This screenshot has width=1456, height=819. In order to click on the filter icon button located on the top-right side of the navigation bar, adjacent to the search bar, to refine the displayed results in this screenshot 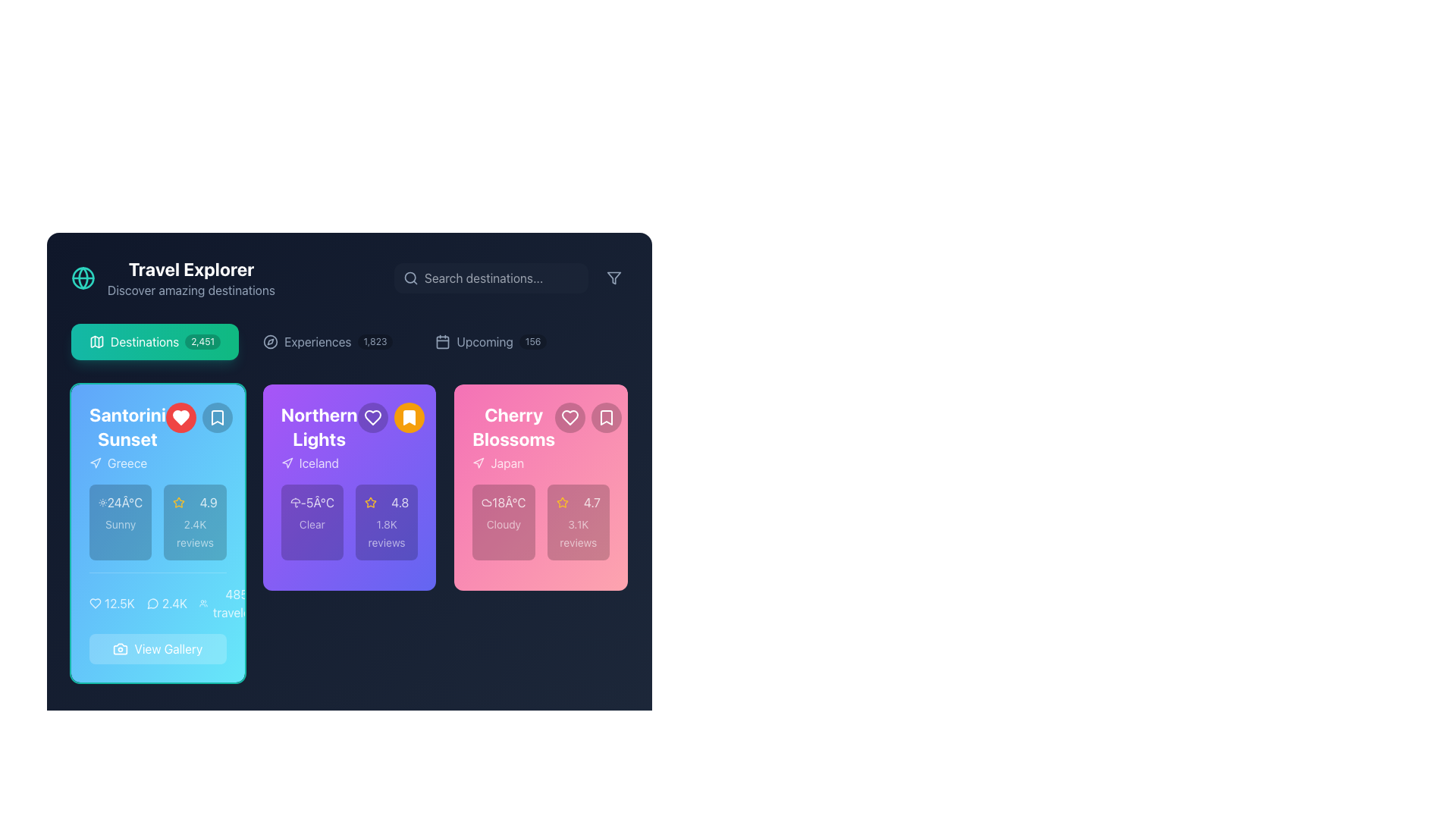, I will do `click(614, 278)`.